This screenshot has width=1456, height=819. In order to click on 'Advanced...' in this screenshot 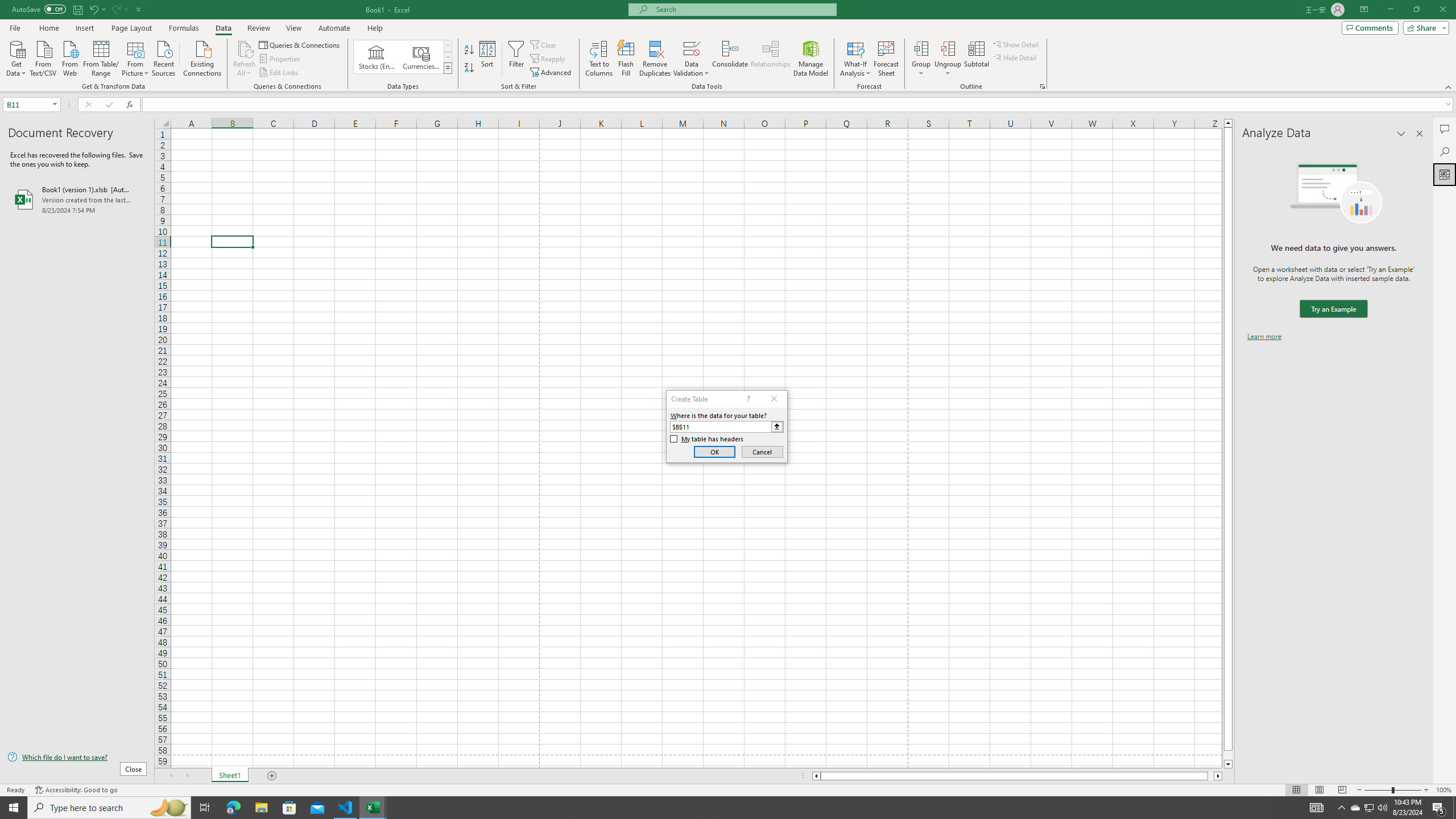, I will do `click(552, 72)`.